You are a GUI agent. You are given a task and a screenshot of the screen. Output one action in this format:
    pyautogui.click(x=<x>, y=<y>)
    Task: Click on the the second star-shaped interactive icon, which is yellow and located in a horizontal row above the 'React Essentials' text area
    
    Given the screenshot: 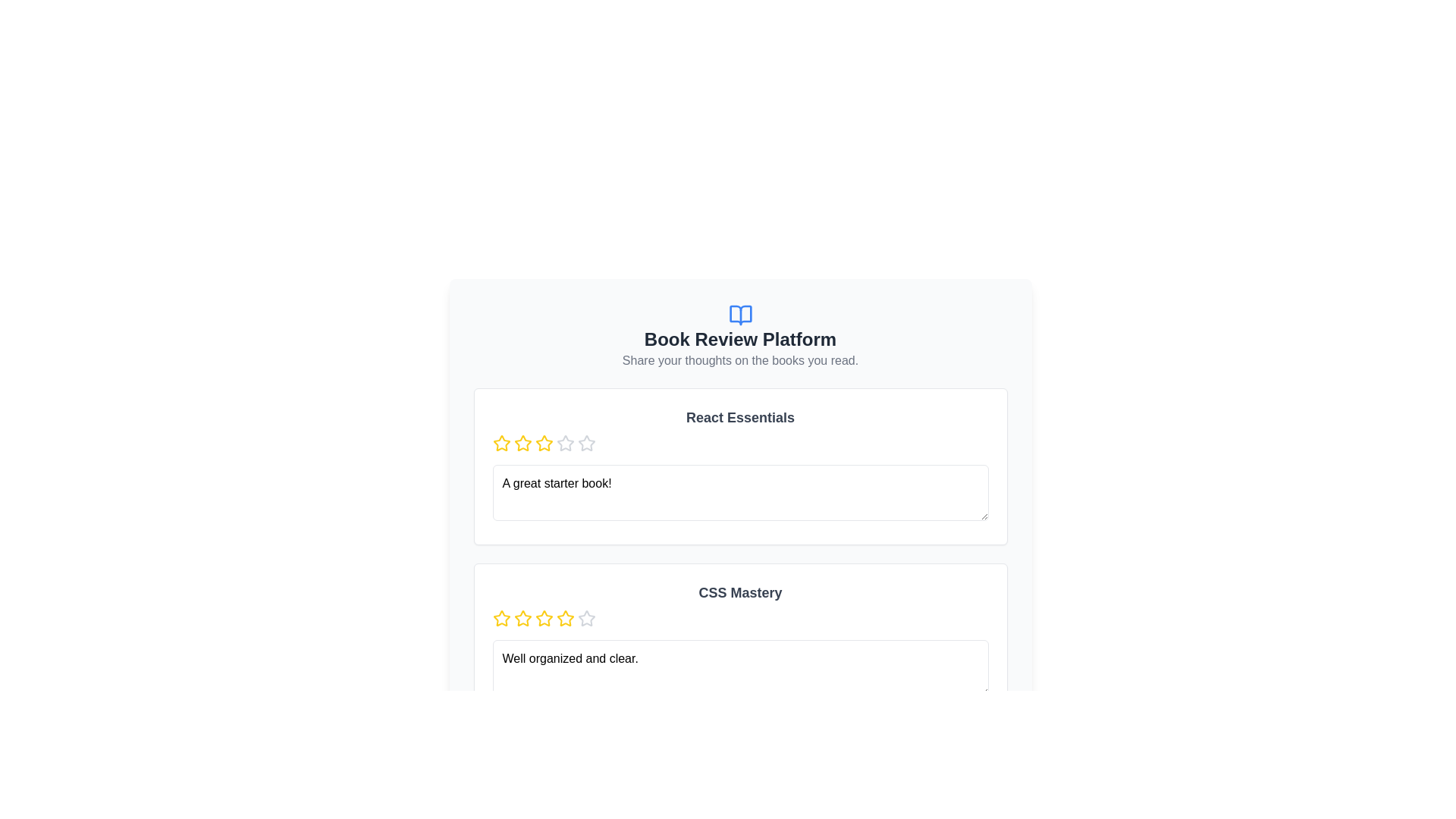 What is the action you would take?
    pyautogui.click(x=522, y=444)
    